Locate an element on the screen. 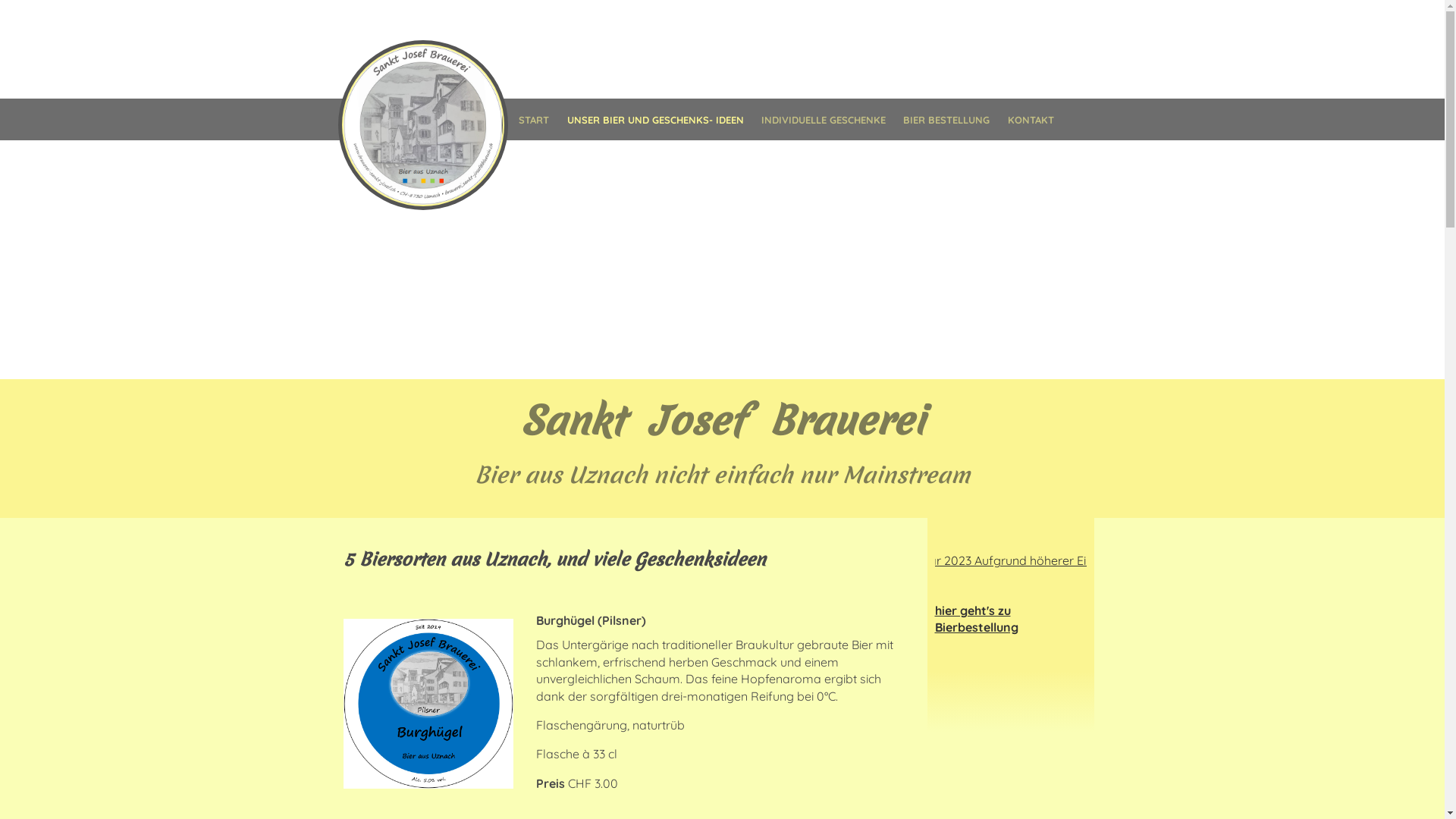 The image size is (1456, 819). 'BIER BESTELLUNG' is located at coordinates (946, 118).